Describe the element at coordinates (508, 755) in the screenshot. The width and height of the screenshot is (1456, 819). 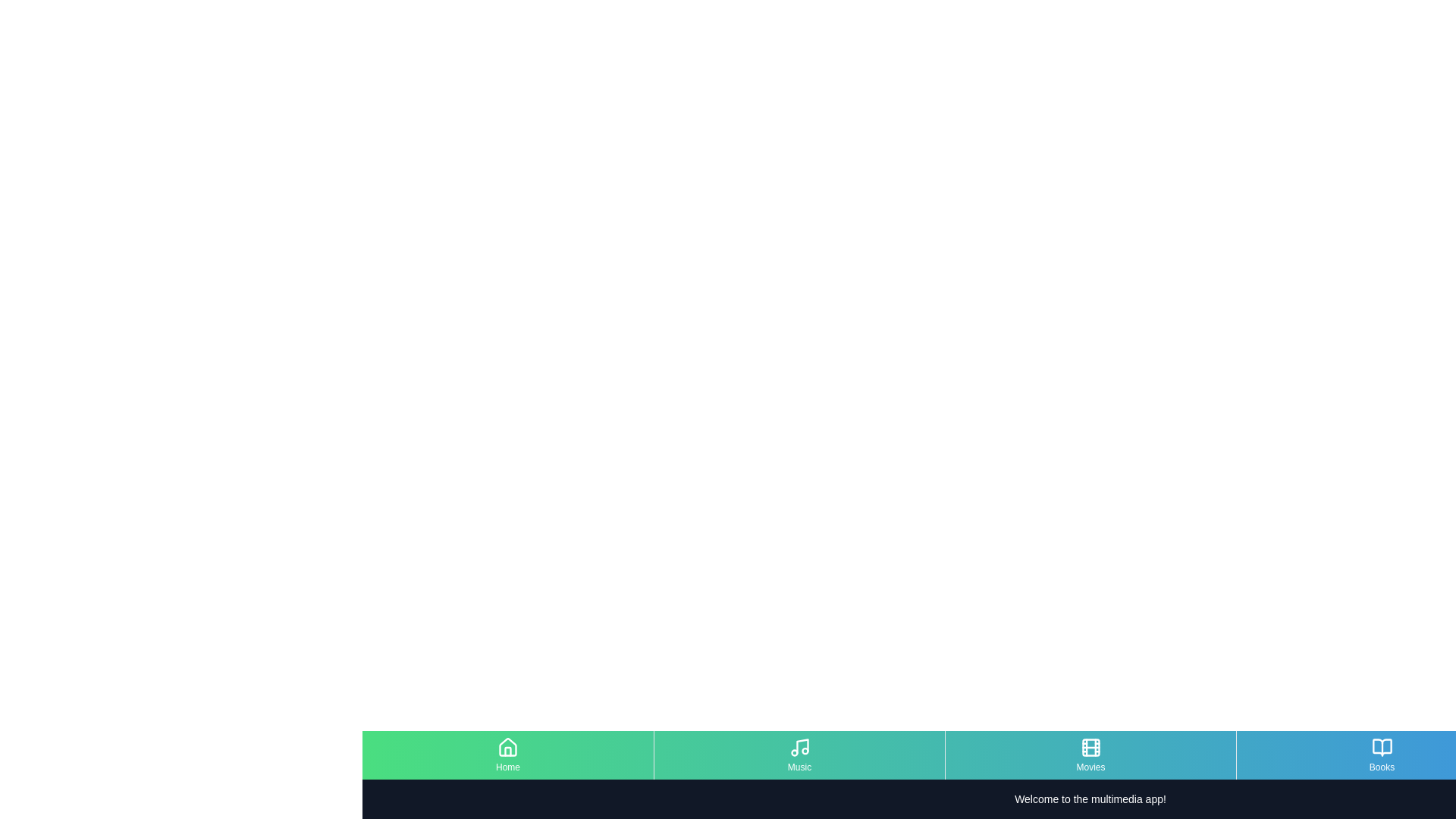
I see `the menu item Home to observe visual changes` at that location.